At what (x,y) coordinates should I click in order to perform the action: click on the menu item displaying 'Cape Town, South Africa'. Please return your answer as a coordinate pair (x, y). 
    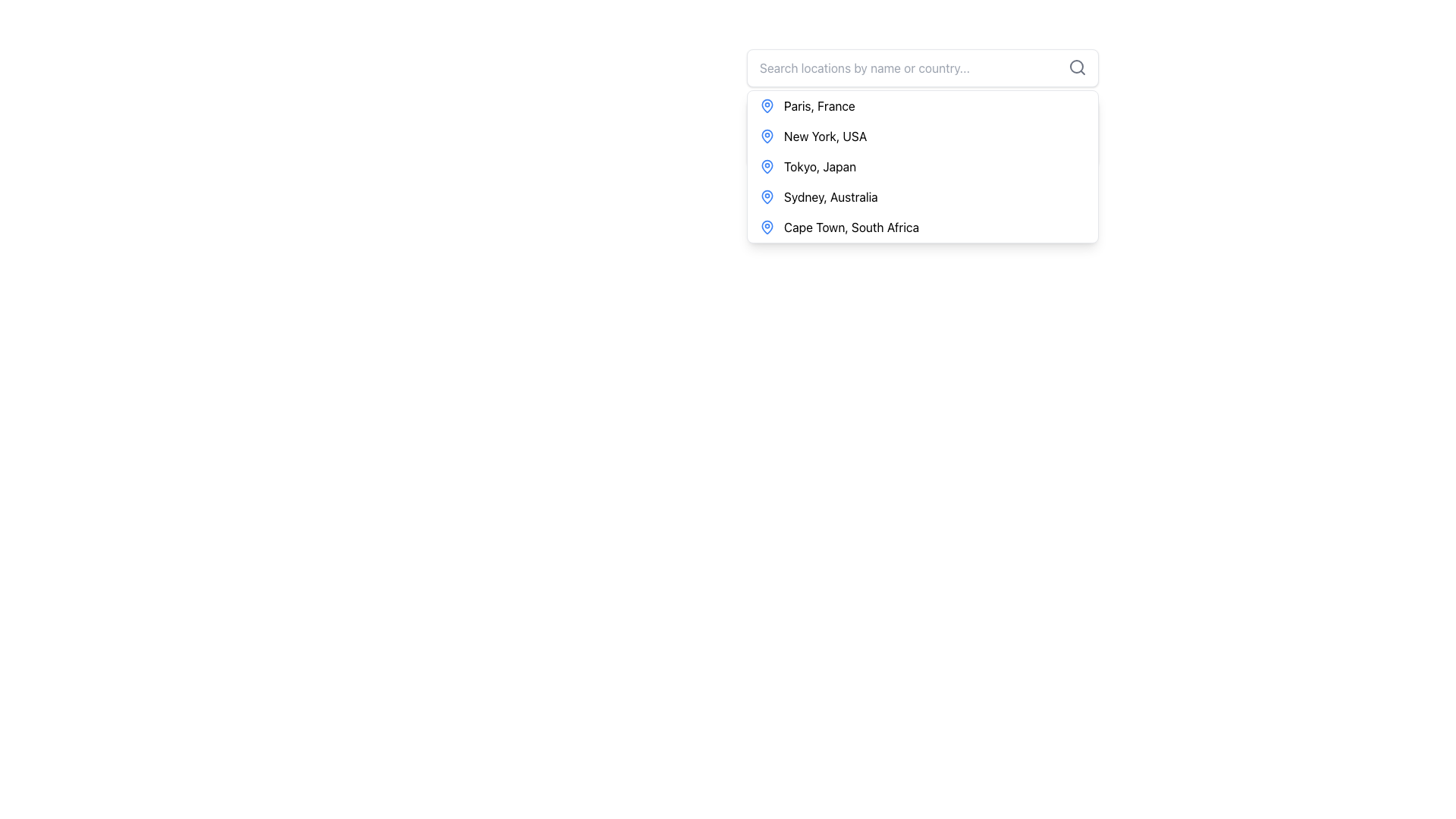
    Looking at the image, I should click on (852, 227).